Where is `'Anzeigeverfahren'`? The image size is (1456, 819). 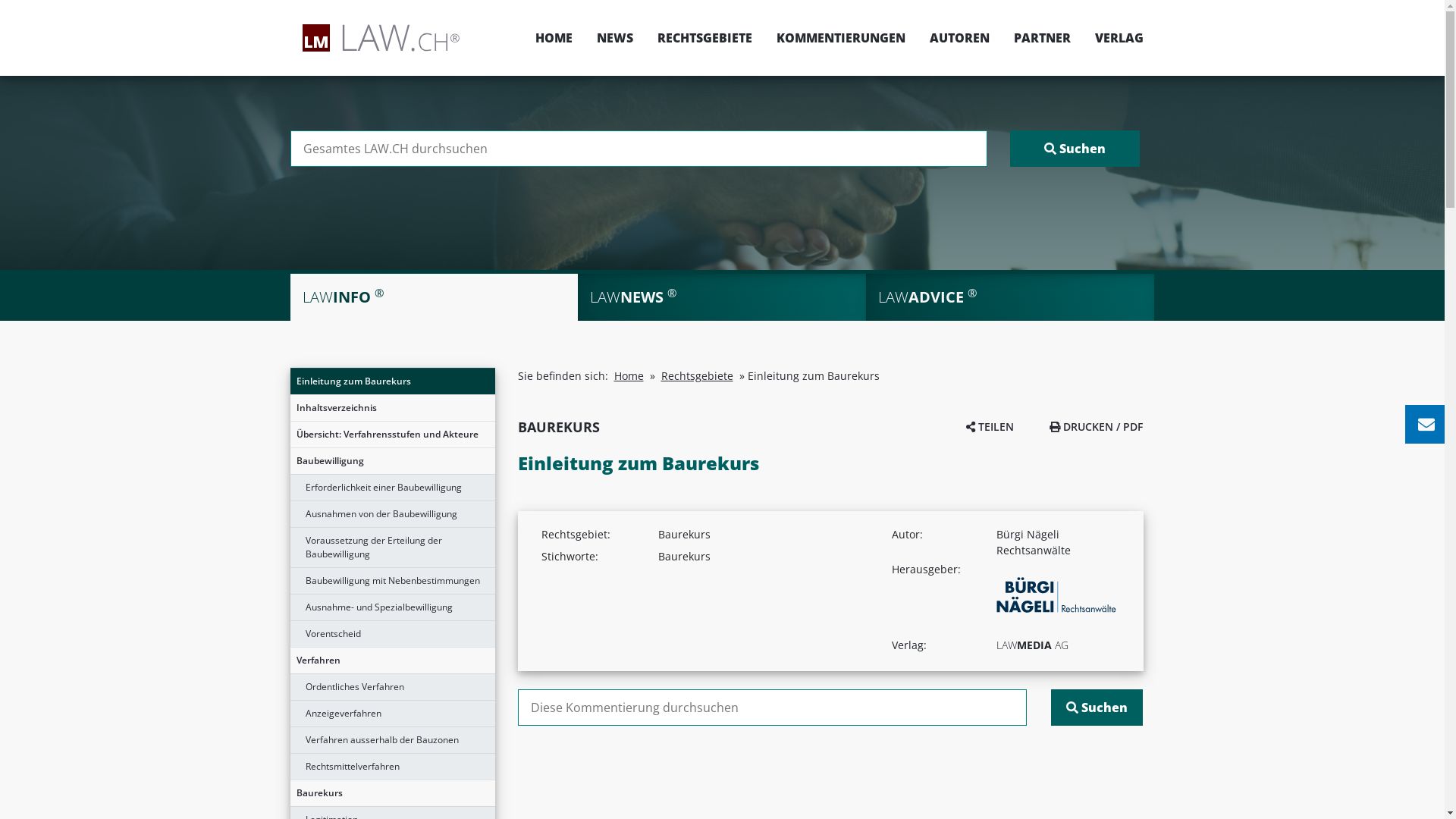 'Anzeigeverfahren' is located at coordinates (392, 714).